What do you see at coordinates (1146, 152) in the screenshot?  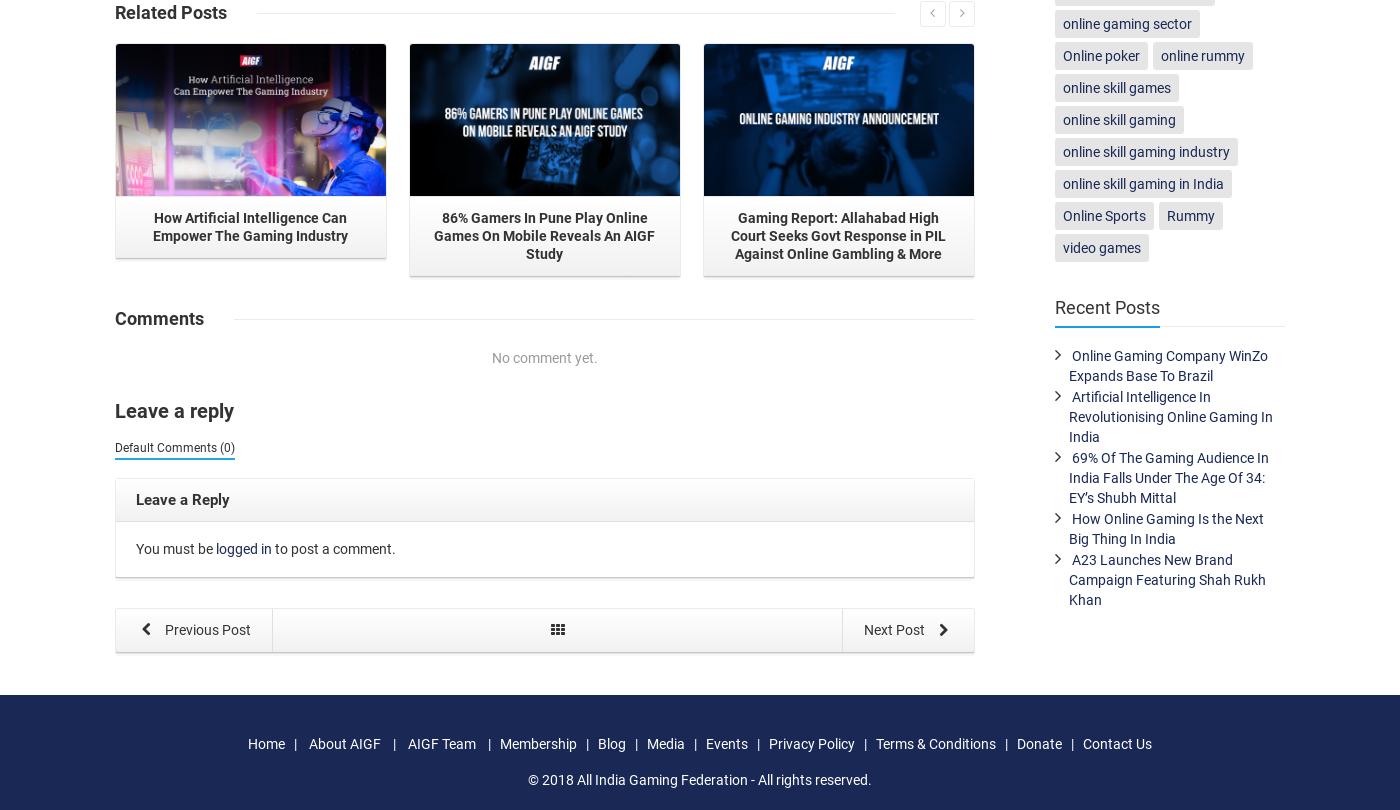 I see `'online skill gaming industry'` at bounding box center [1146, 152].